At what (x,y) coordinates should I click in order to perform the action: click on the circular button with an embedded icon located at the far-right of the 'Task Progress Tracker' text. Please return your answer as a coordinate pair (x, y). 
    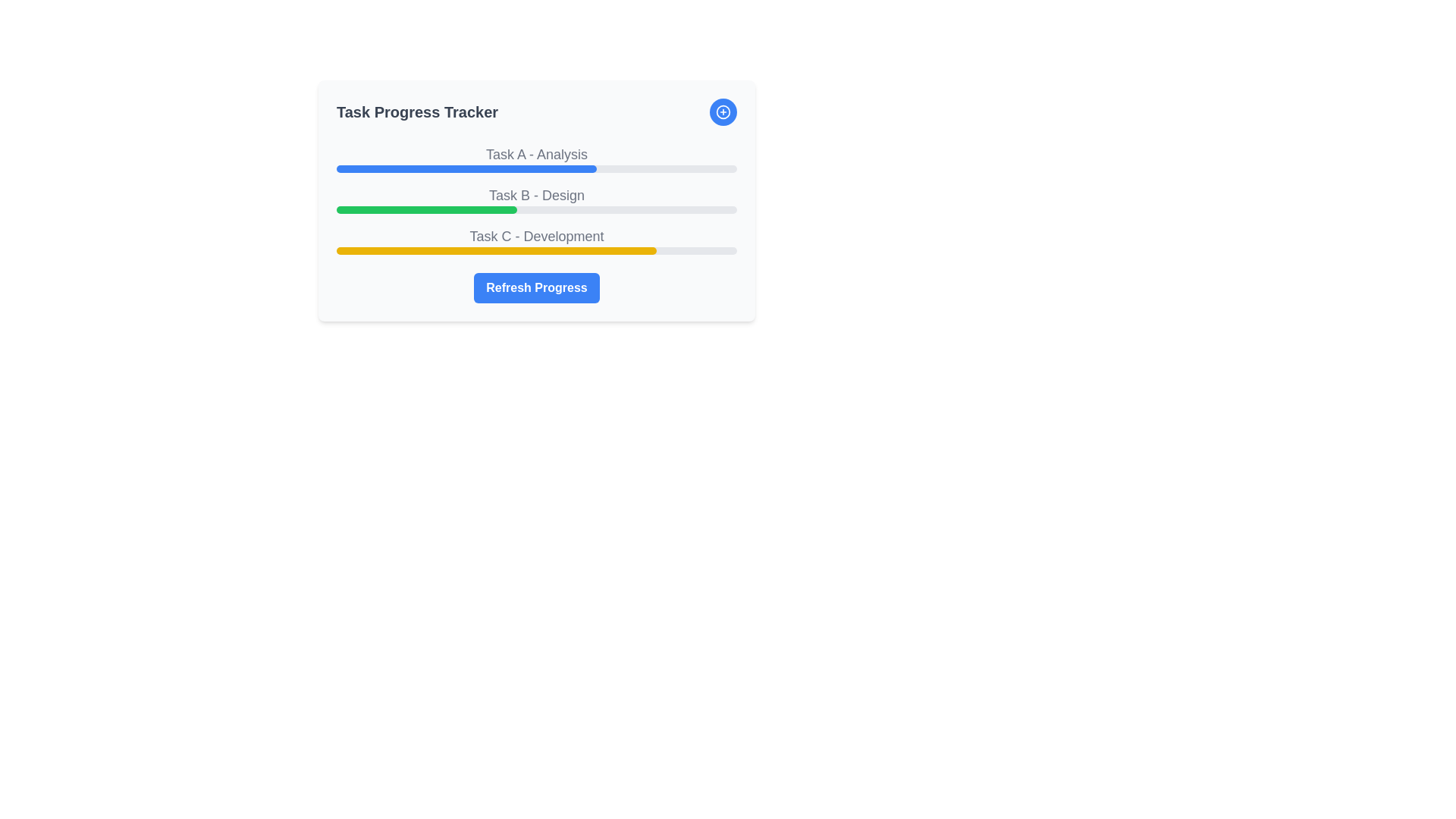
    Looking at the image, I should click on (723, 111).